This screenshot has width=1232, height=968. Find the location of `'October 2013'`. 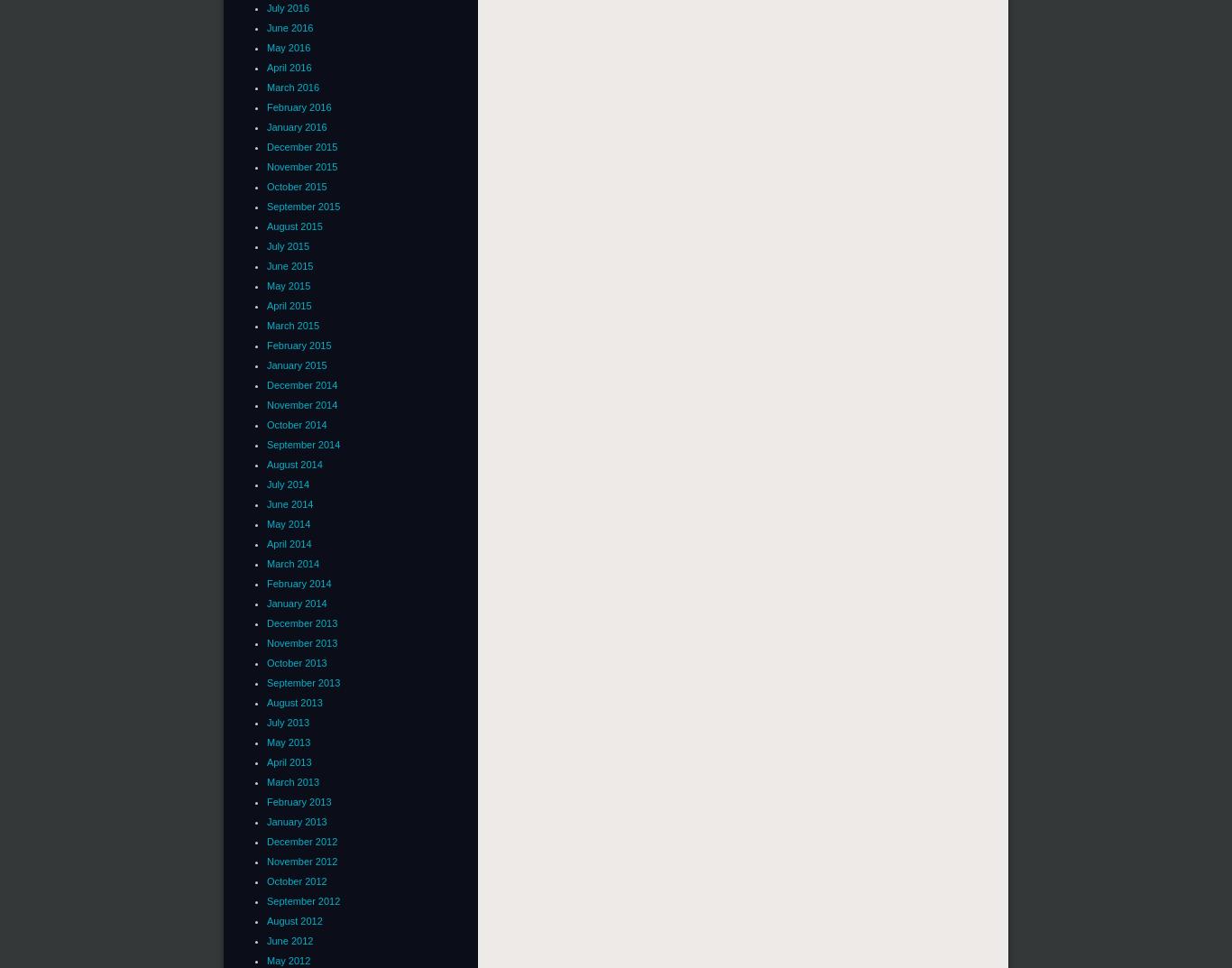

'October 2013' is located at coordinates (267, 661).